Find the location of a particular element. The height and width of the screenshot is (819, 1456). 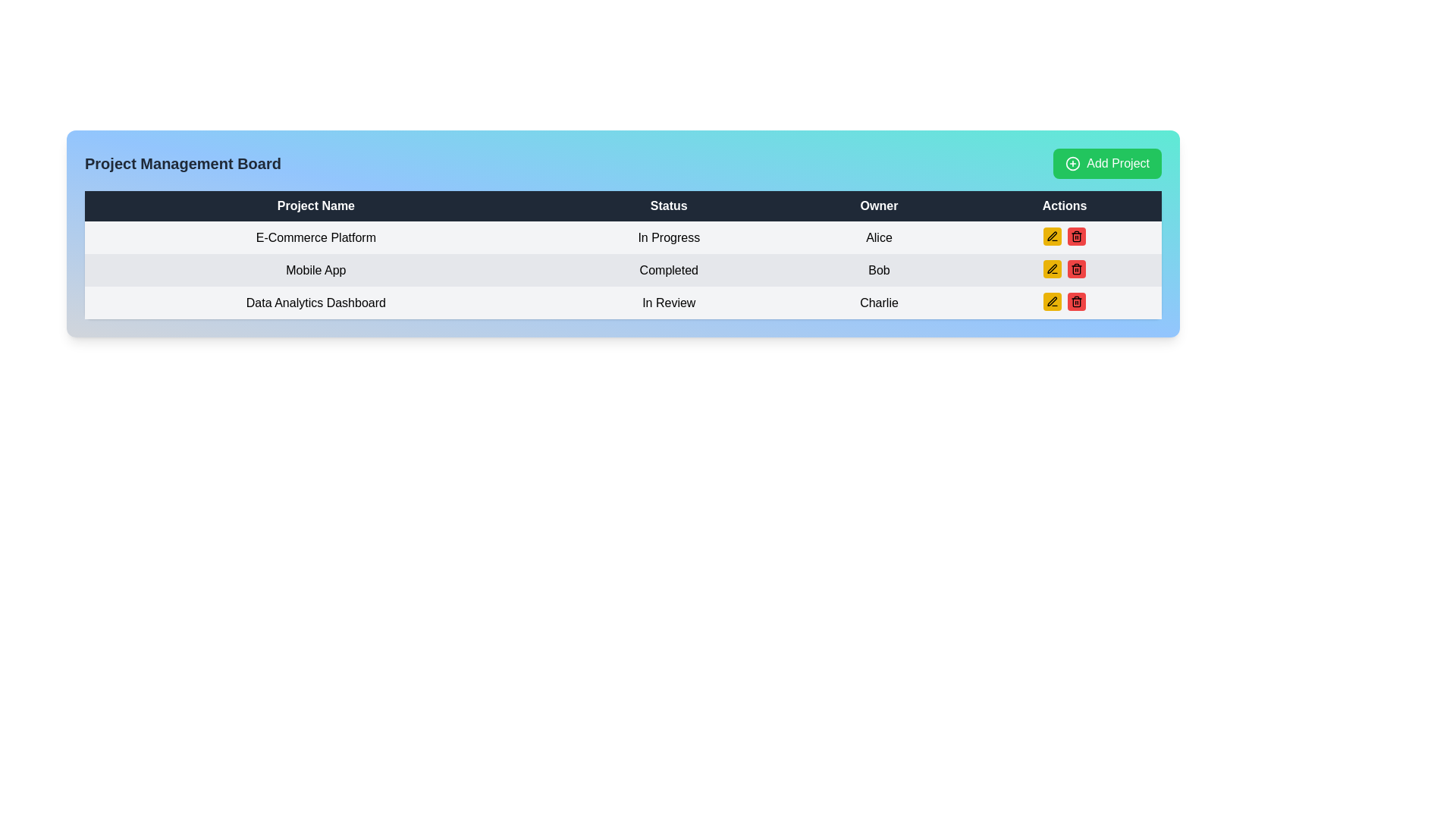

the yellow pen icon button in the 'Actions' column of the last row corresponding to 'Data Analytics Dashboard' is located at coordinates (1051, 301).